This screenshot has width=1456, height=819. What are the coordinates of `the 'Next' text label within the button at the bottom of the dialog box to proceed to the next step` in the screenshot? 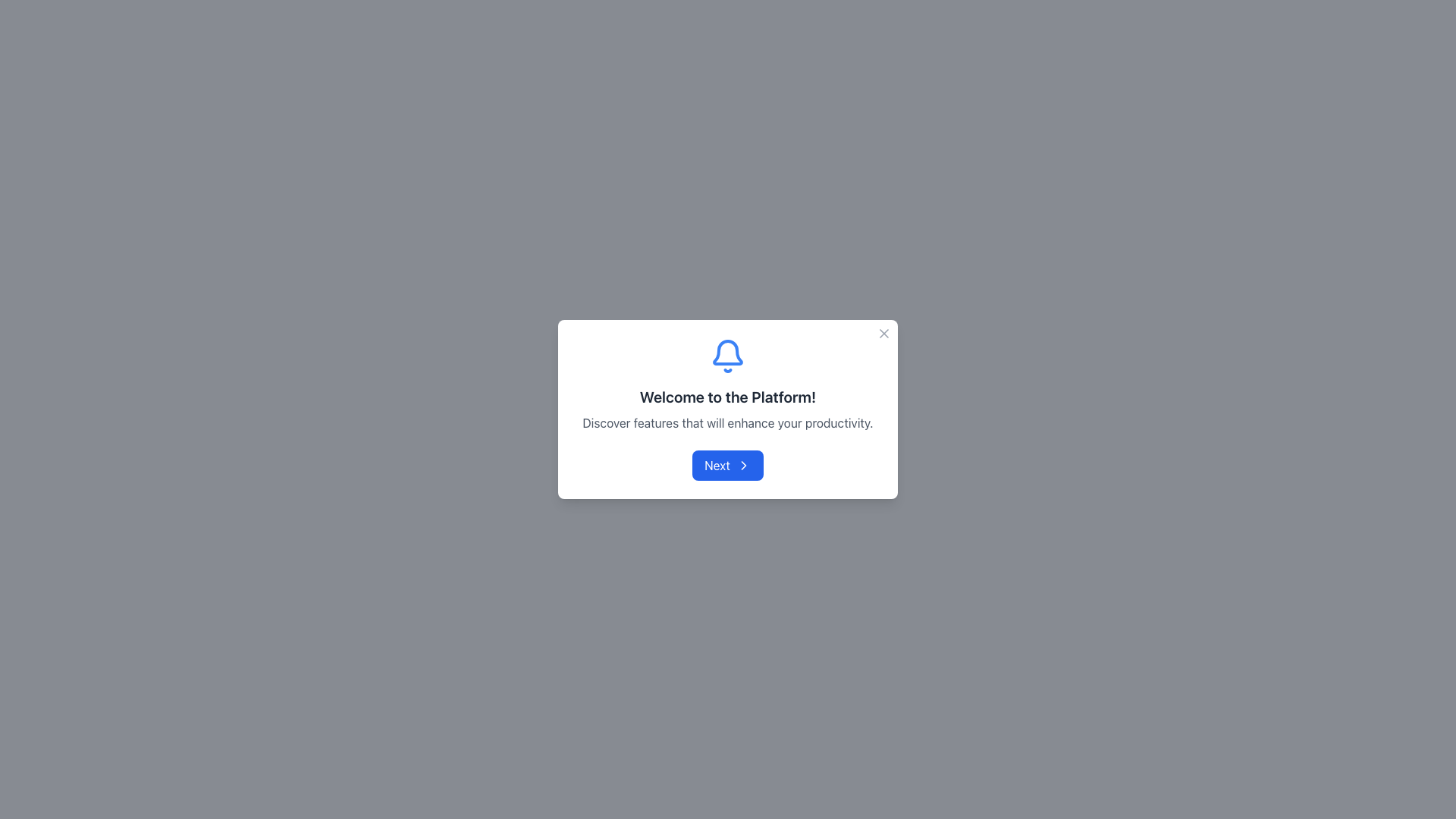 It's located at (716, 464).